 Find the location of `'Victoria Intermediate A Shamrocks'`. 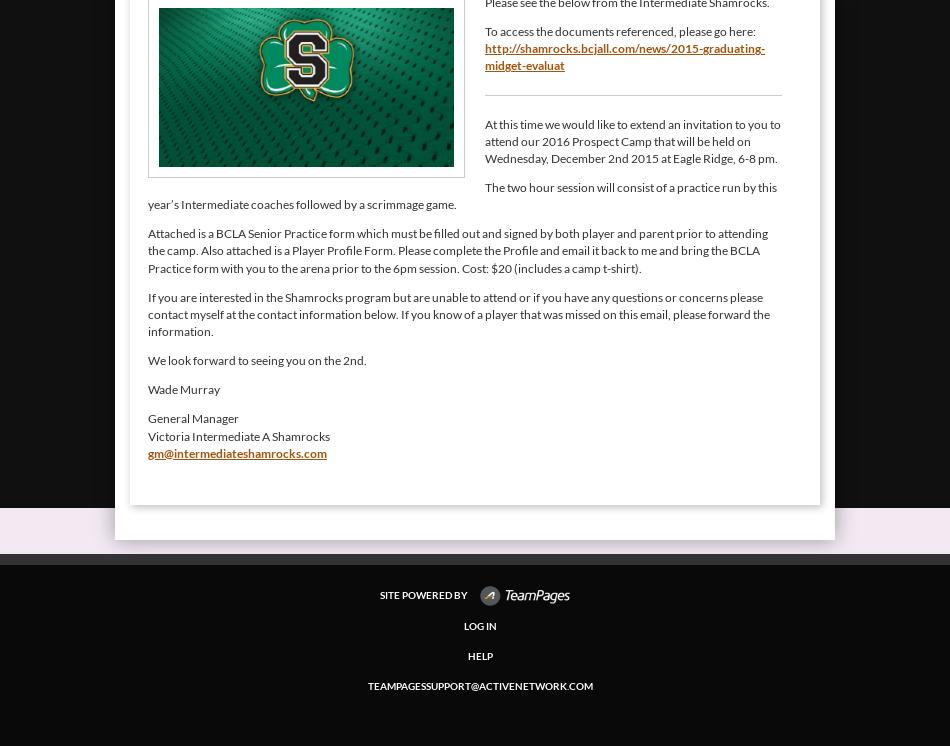

'Victoria Intermediate A Shamrocks' is located at coordinates (238, 434).